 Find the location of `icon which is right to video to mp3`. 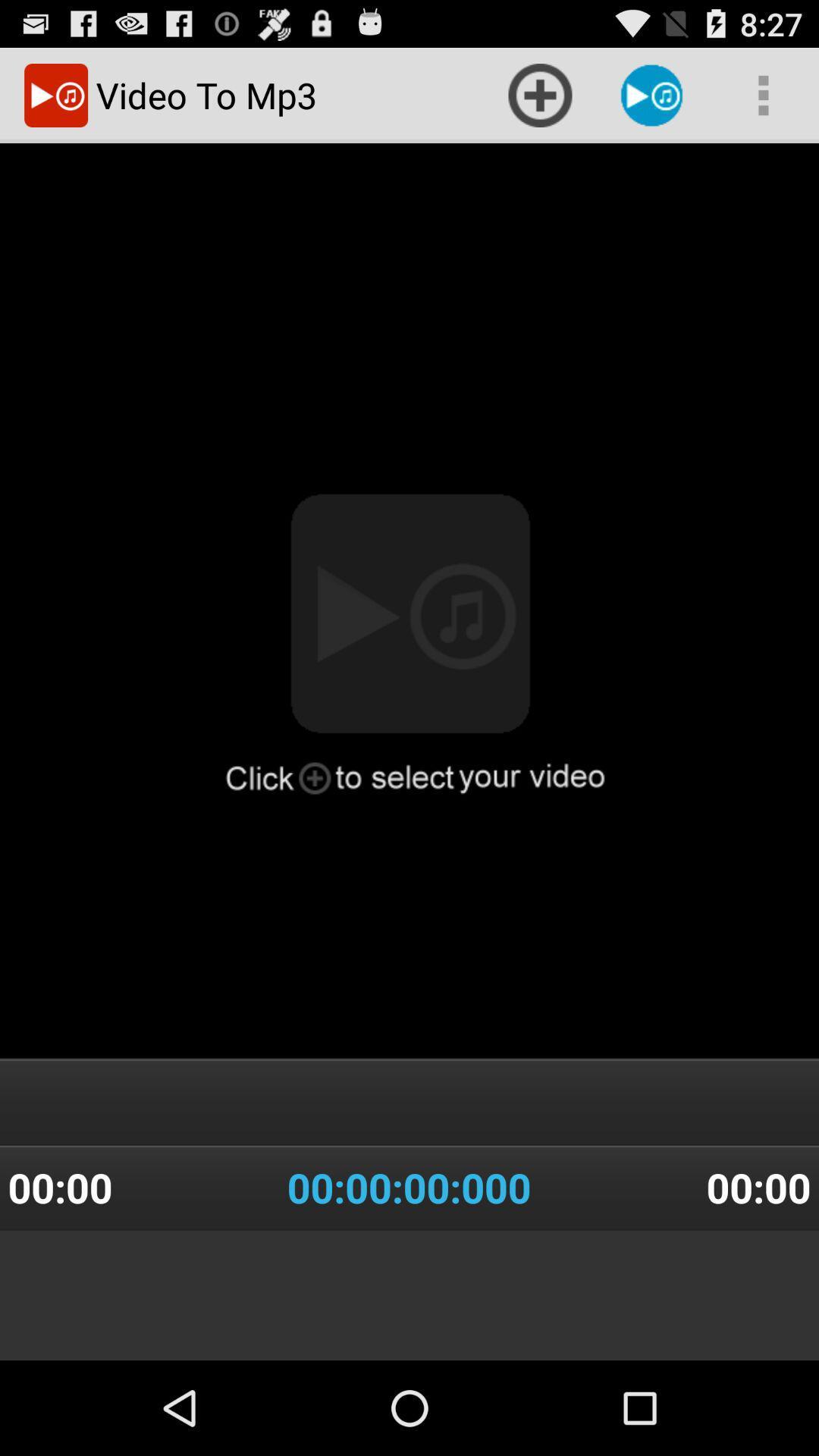

icon which is right to video to mp3 is located at coordinates (539, 94).